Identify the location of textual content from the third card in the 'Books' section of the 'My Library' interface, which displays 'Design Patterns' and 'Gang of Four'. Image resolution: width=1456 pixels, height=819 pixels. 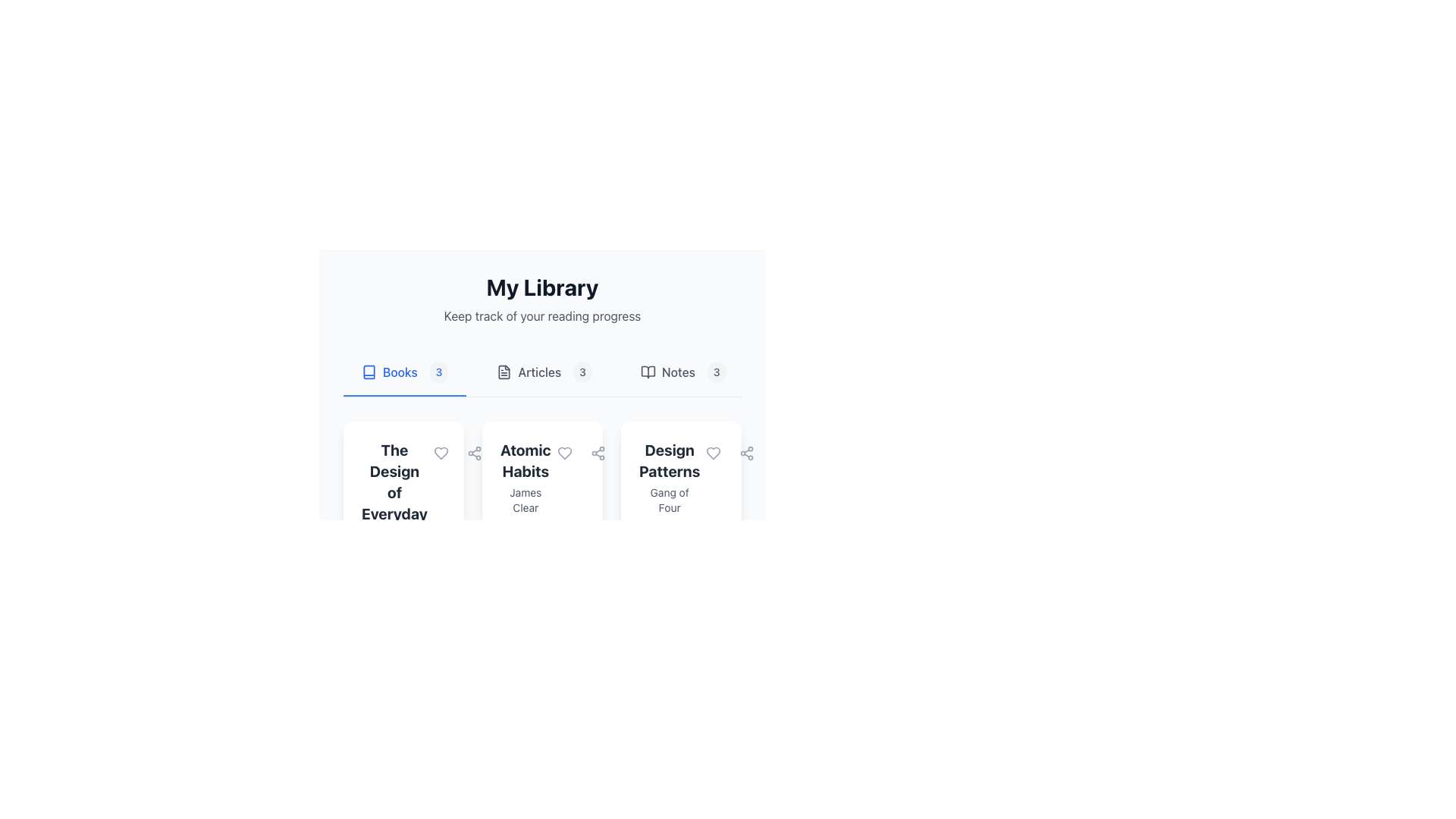
(669, 476).